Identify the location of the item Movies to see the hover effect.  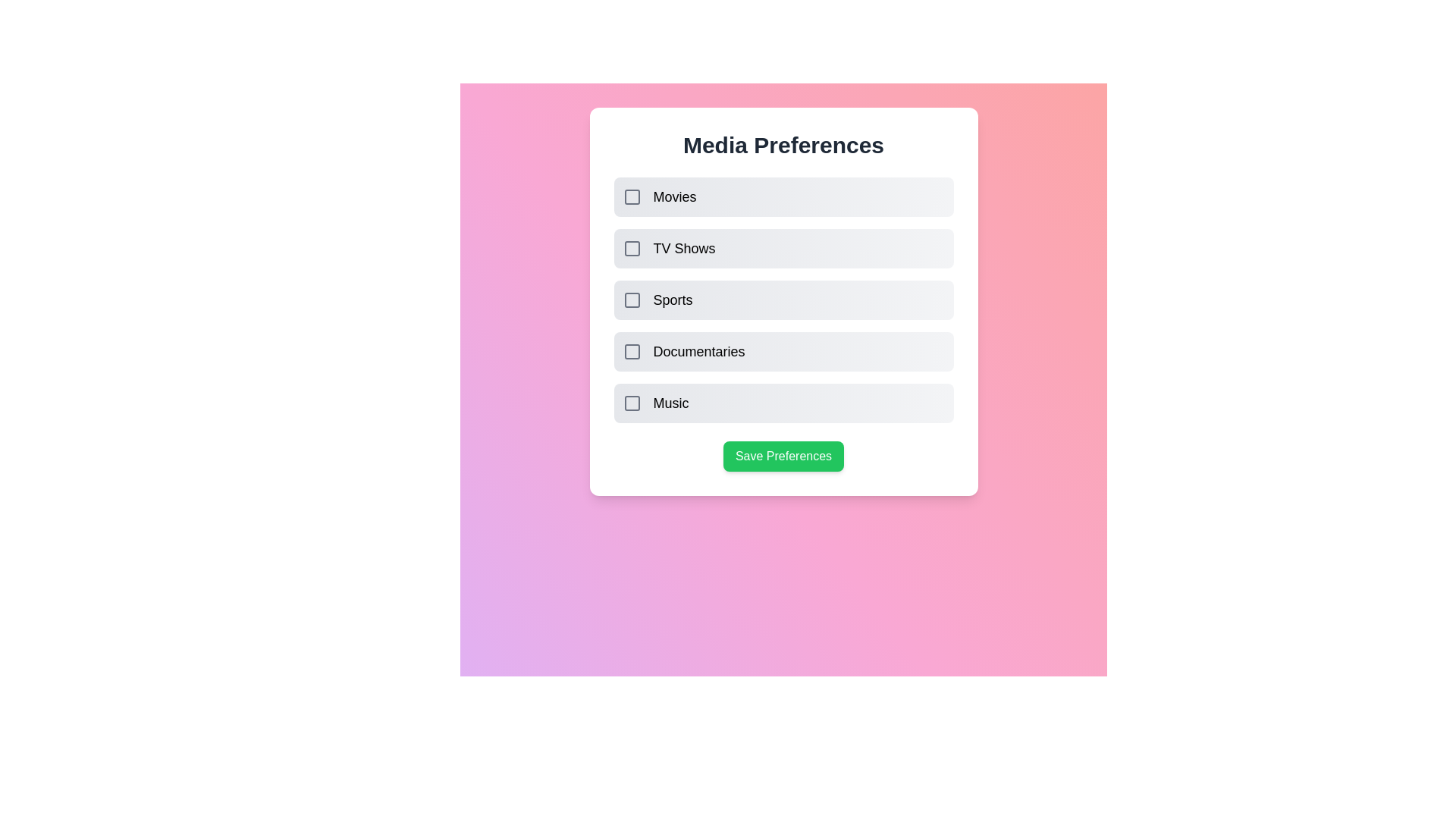
(783, 196).